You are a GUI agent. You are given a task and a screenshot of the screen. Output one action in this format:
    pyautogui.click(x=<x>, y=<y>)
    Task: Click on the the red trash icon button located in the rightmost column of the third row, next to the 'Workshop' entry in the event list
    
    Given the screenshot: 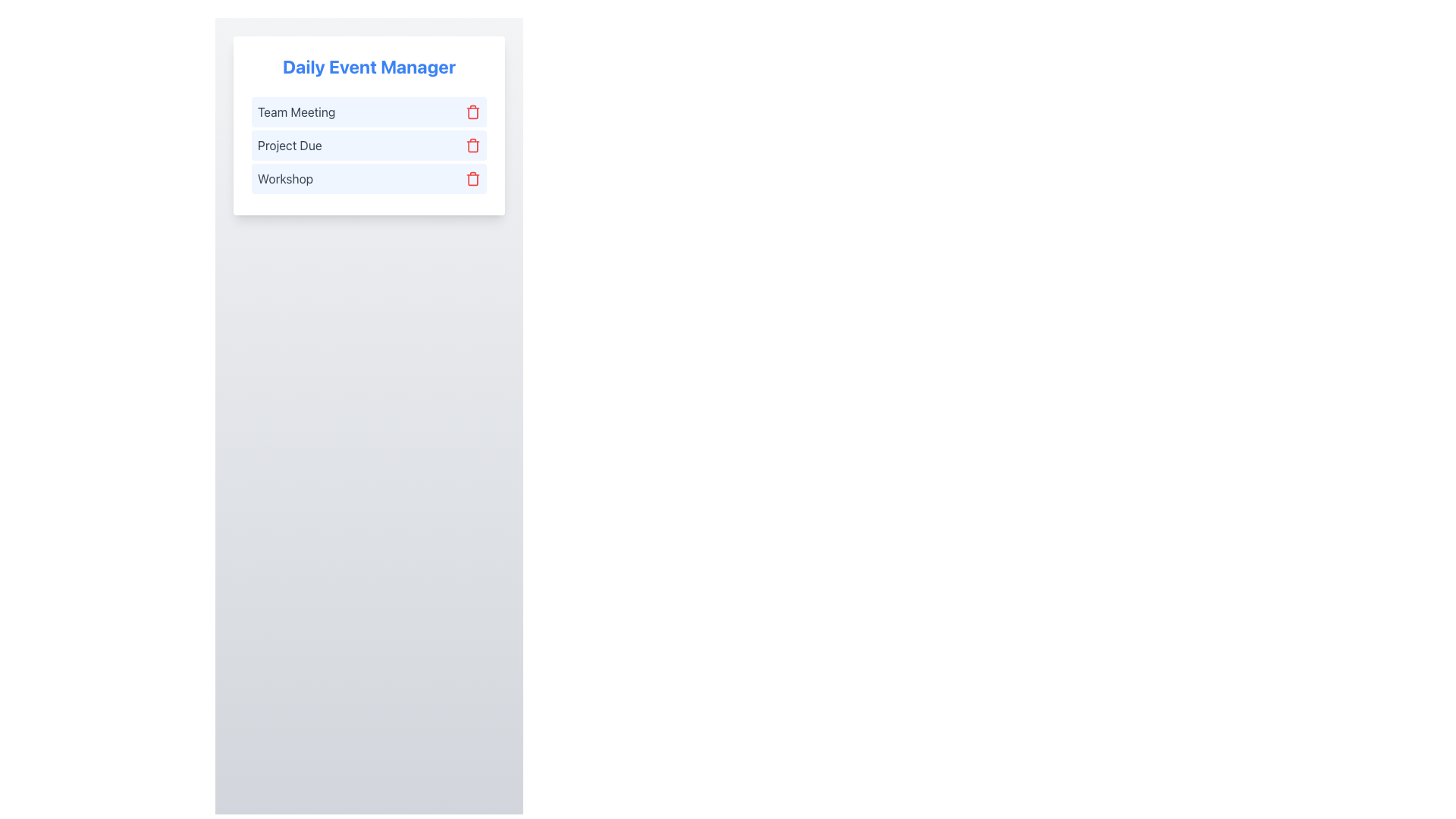 What is the action you would take?
    pyautogui.click(x=472, y=178)
    